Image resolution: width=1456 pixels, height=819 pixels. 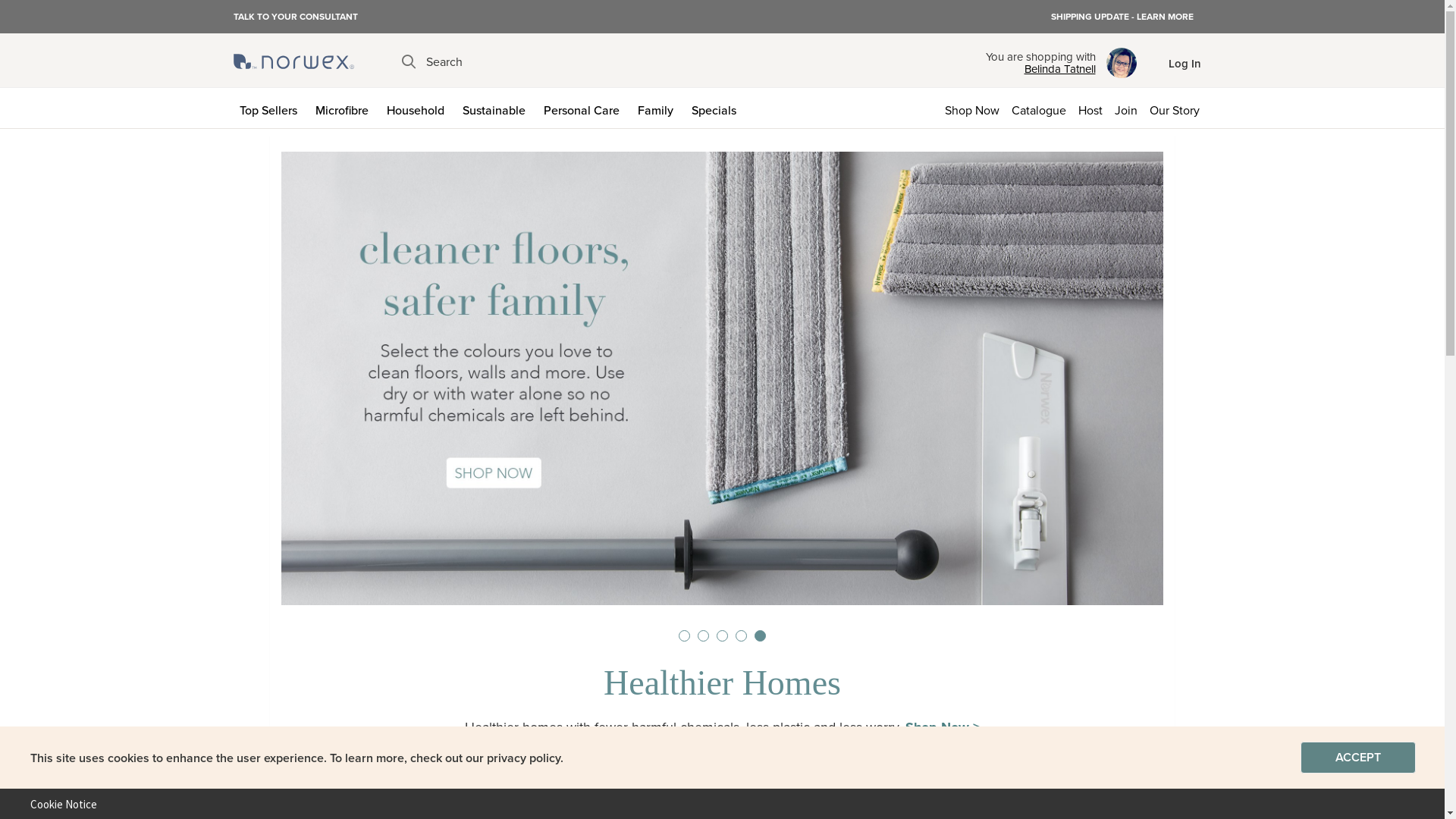 I want to click on 'Family', so click(x=630, y=107).